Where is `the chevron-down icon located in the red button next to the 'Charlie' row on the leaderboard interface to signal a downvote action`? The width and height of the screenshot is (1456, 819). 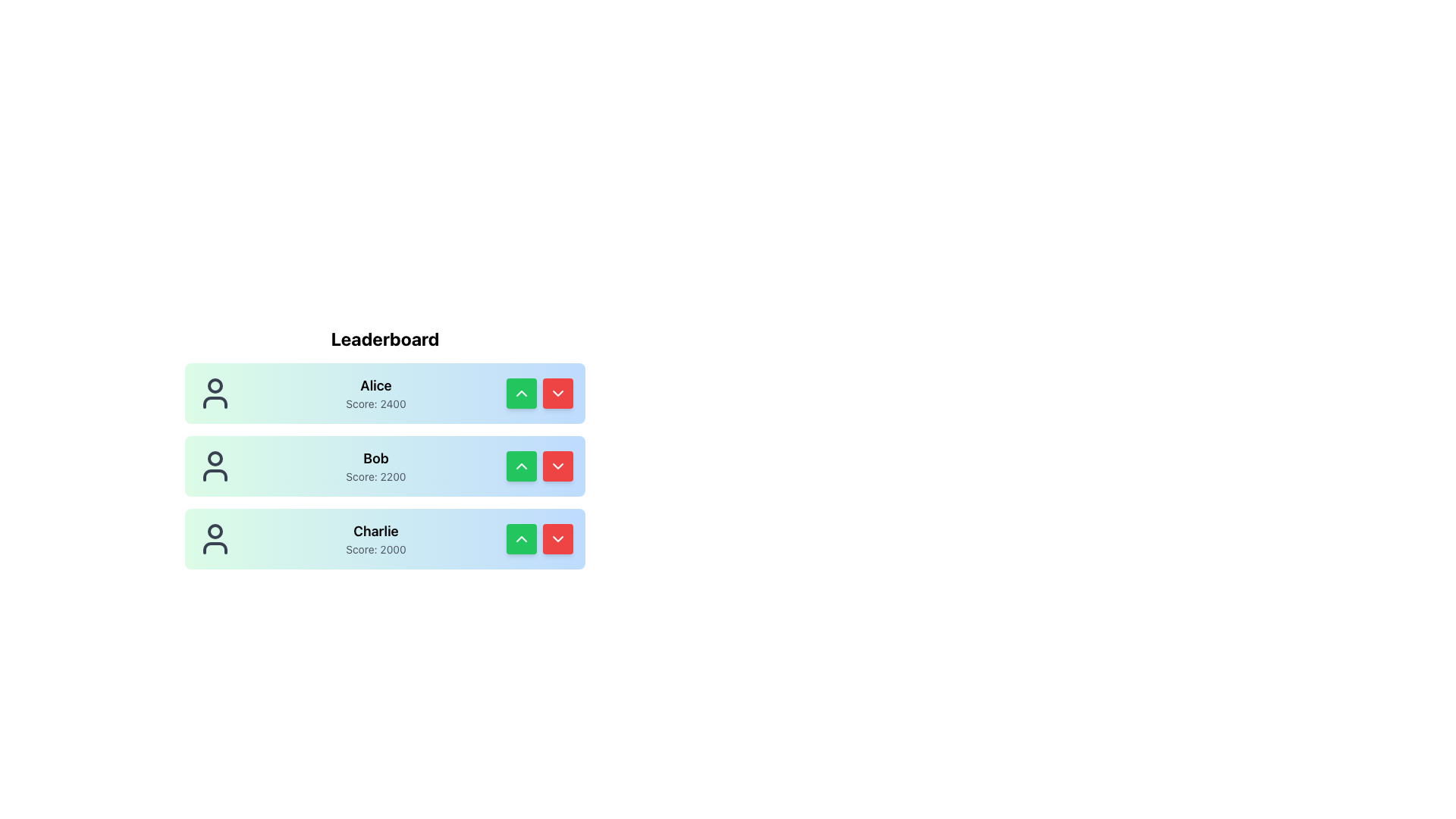 the chevron-down icon located in the red button next to the 'Charlie' row on the leaderboard interface to signal a downvote action is located at coordinates (557, 538).